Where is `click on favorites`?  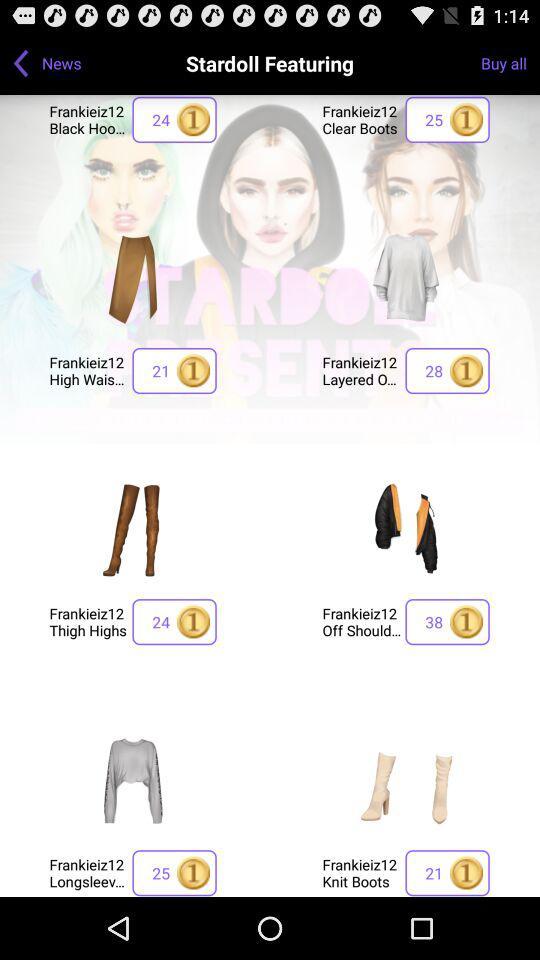
click on favorites is located at coordinates (405, 528).